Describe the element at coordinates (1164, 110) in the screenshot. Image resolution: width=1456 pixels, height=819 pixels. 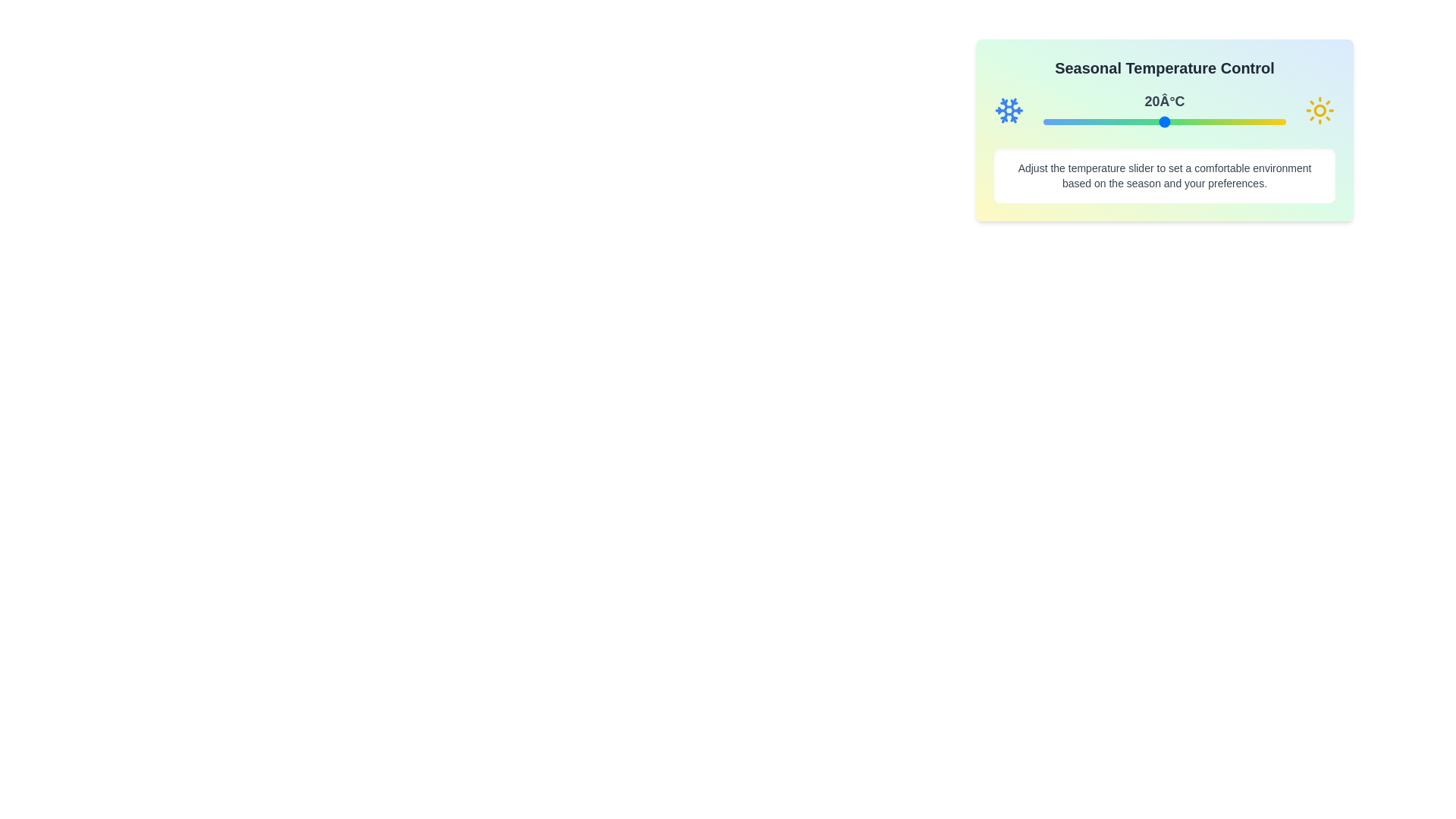
I see `the temperature display for inspection` at that location.